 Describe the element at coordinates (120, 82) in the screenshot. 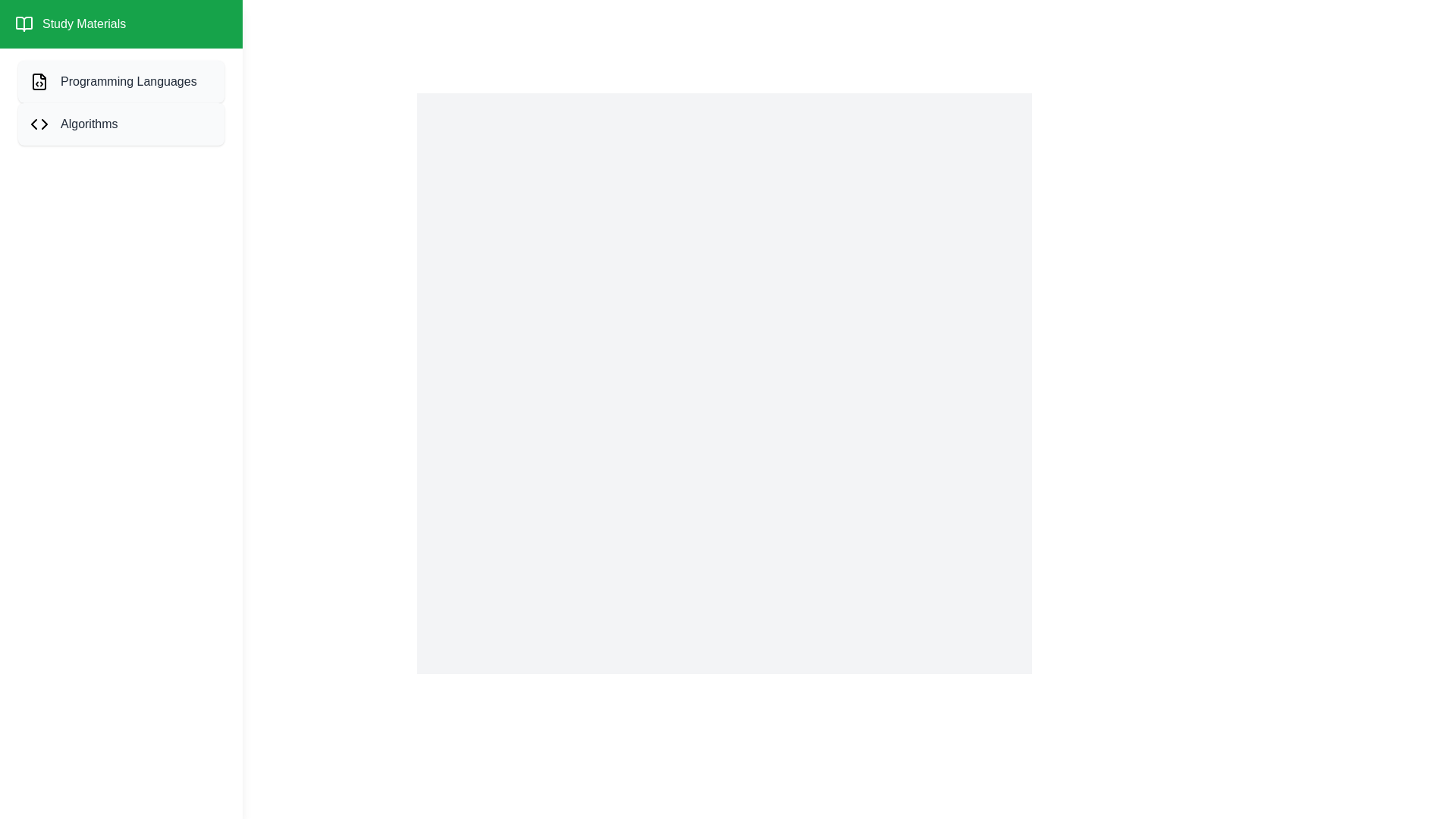

I see `the item Programming Languages from the list in the drawer` at that location.